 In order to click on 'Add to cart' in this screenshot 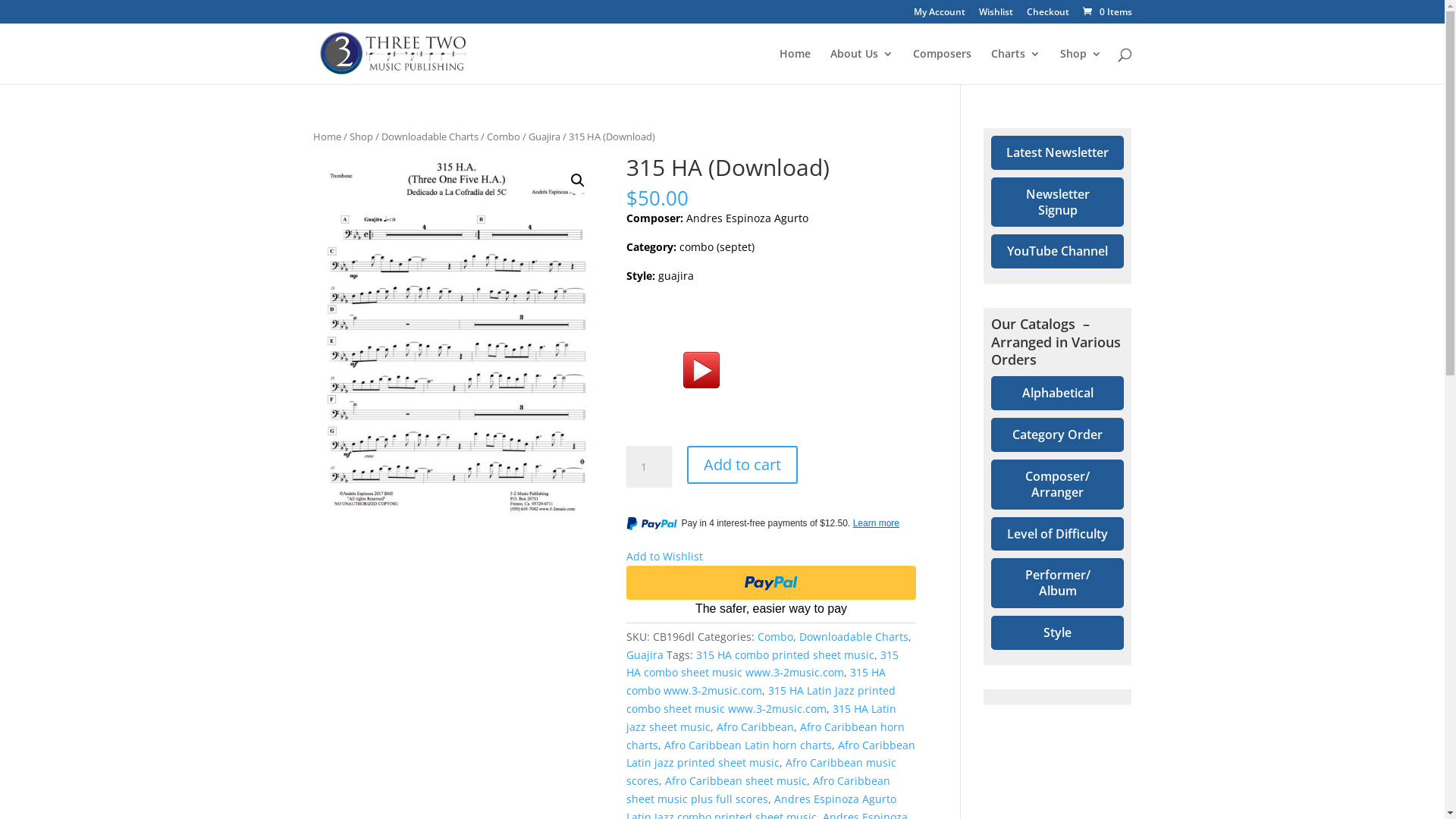, I will do `click(742, 464)`.